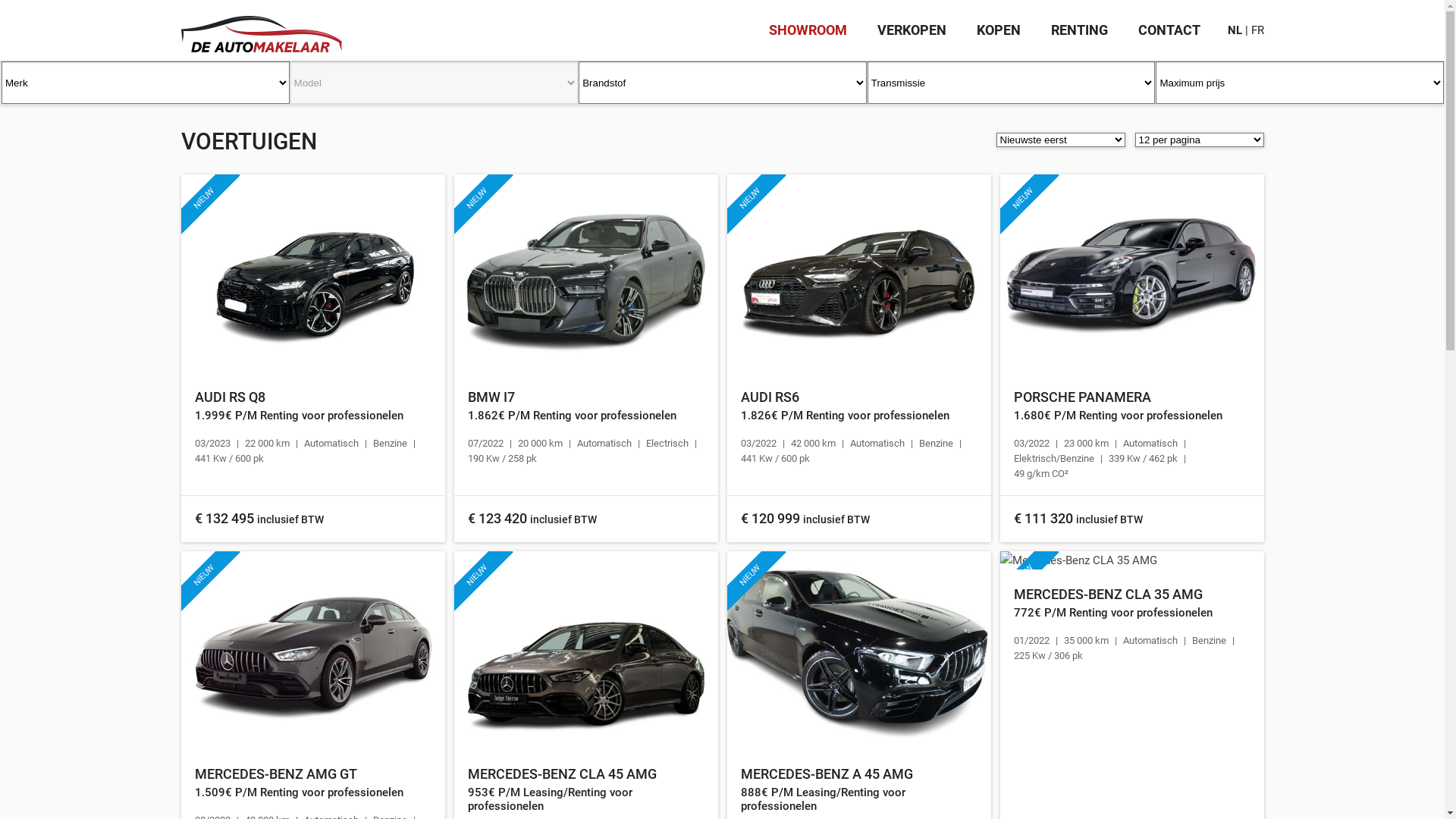  What do you see at coordinates (1234, 30) in the screenshot?
I see `'NL'` at bounding box center [1234, 30].